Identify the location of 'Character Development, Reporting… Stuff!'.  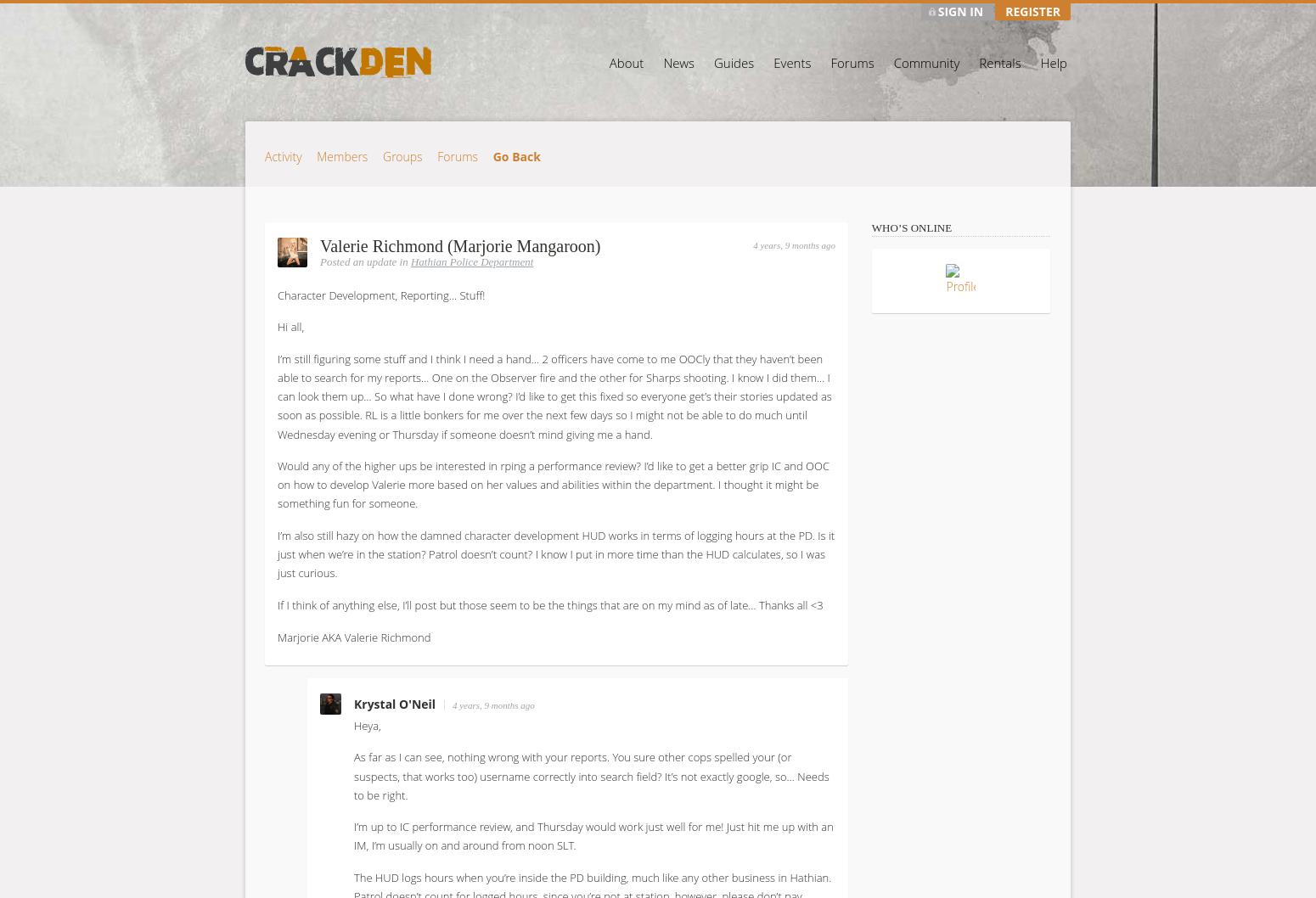
(277, 294).